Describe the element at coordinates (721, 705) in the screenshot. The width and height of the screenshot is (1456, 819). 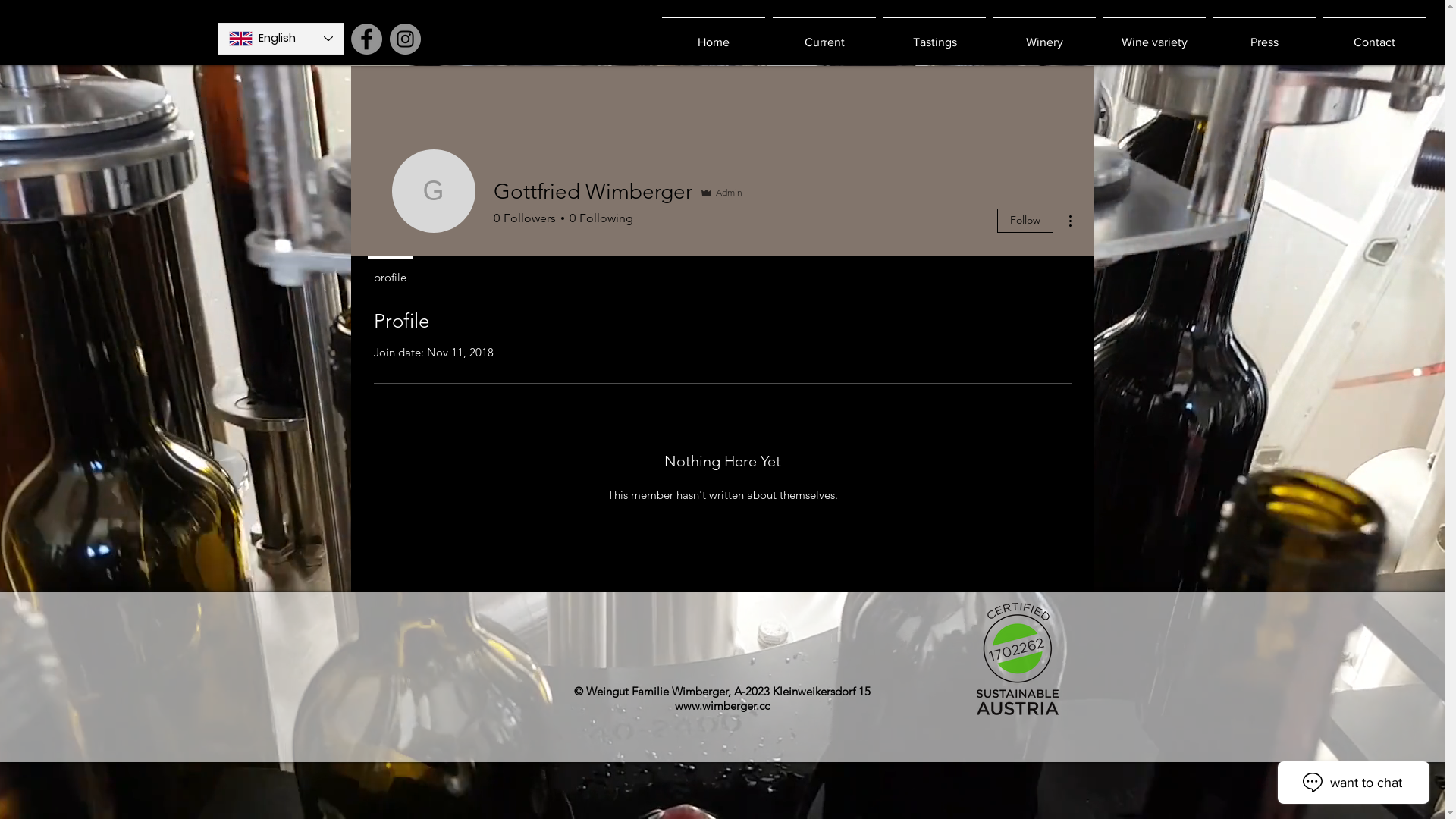
I see `'www.wimberger.cc'` at that location.